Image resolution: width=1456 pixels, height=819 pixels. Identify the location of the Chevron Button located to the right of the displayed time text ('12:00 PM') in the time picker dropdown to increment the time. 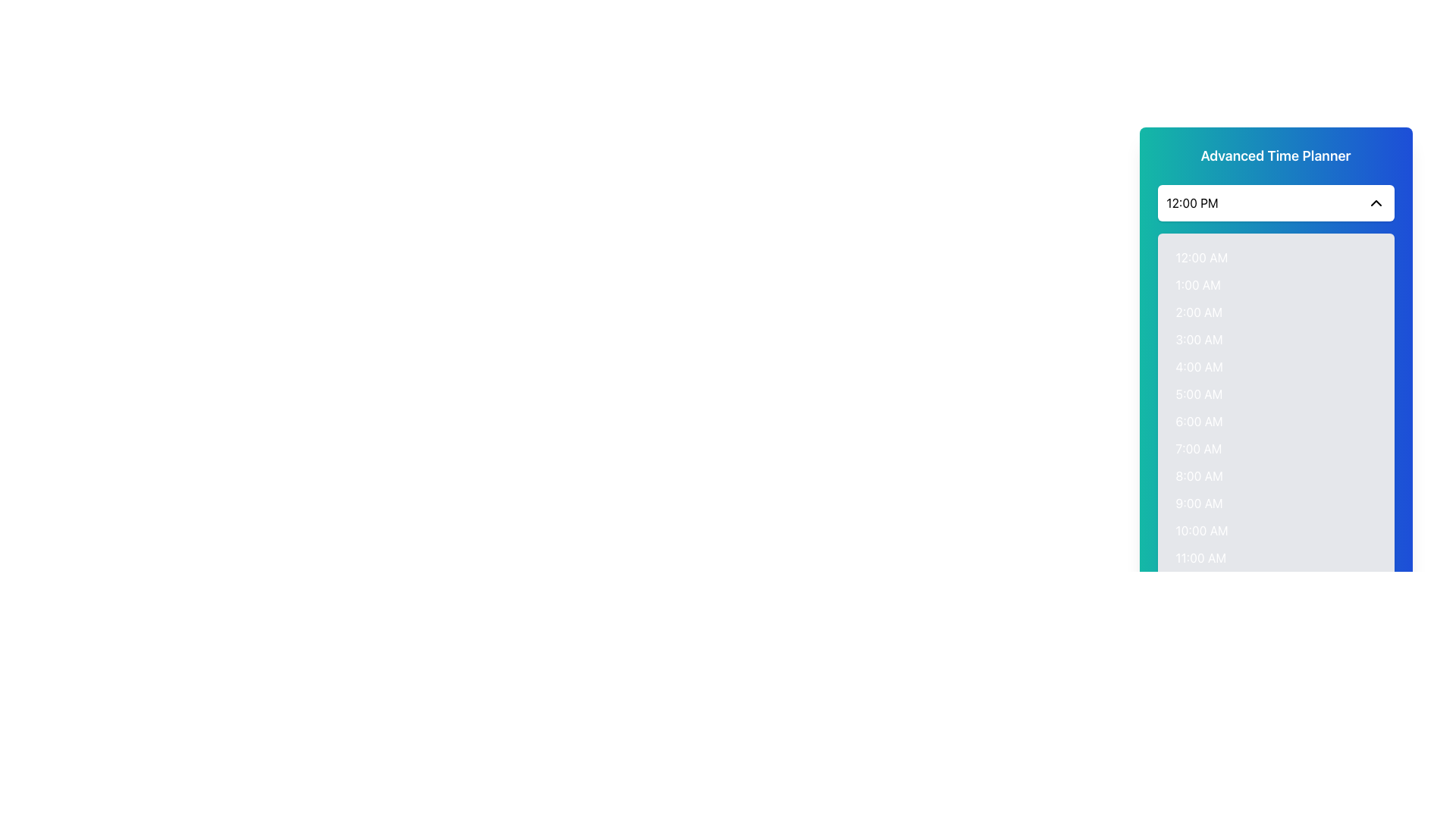
(1376, 202).